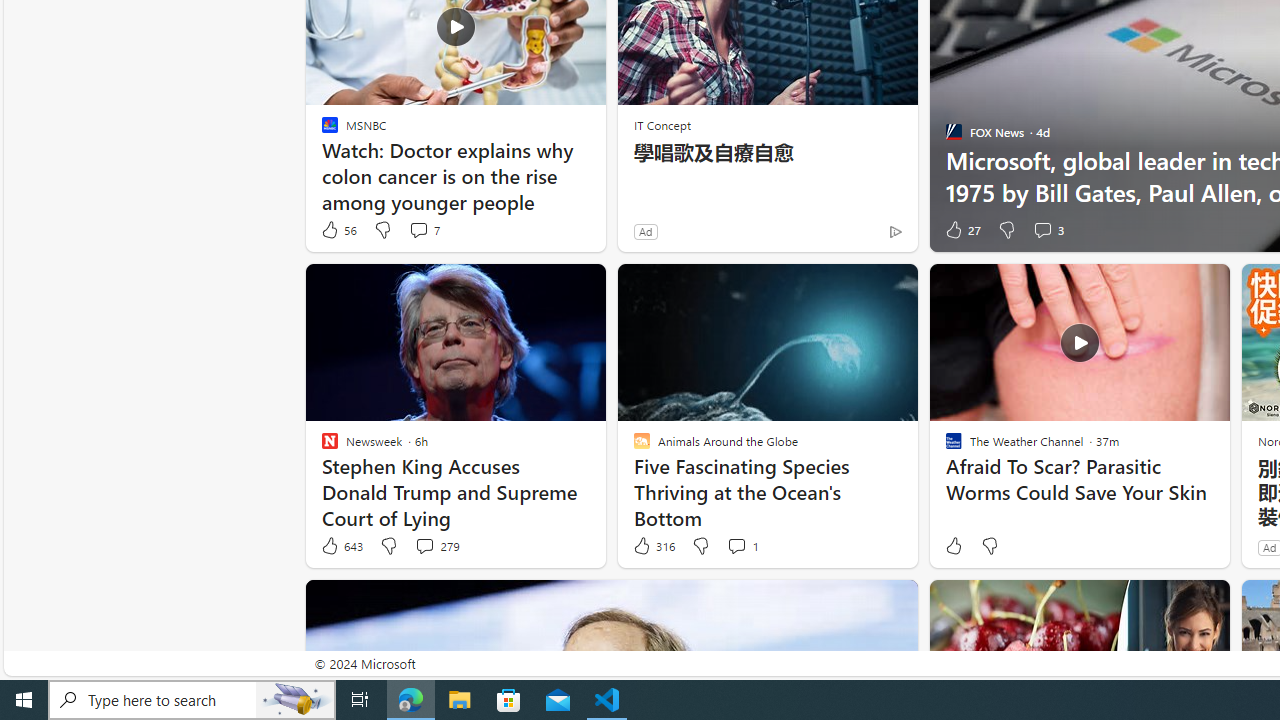 The height and width of the screenshot is (720, 1280). What do you see at coordinates (1041, 229) in the screenshot?
I see `'View comments 3 Comment'` at bounding box center [1041, 229].